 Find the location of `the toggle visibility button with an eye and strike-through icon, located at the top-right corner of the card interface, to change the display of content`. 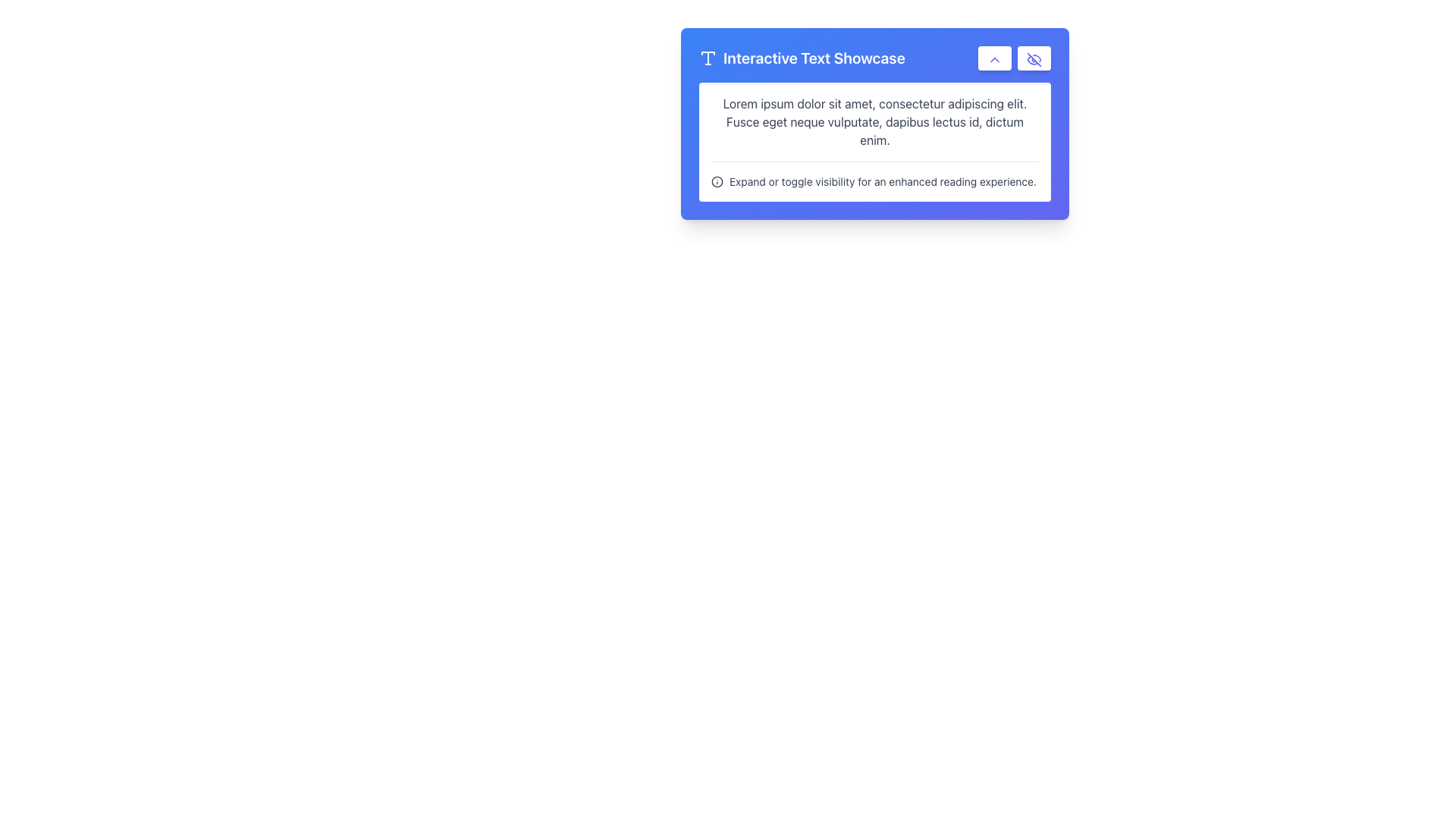

the toggle visibility button with an eye and strike-through icon, located at the top-right corner of the card interface, to change the display of content is located at coordinates (1033, 58).